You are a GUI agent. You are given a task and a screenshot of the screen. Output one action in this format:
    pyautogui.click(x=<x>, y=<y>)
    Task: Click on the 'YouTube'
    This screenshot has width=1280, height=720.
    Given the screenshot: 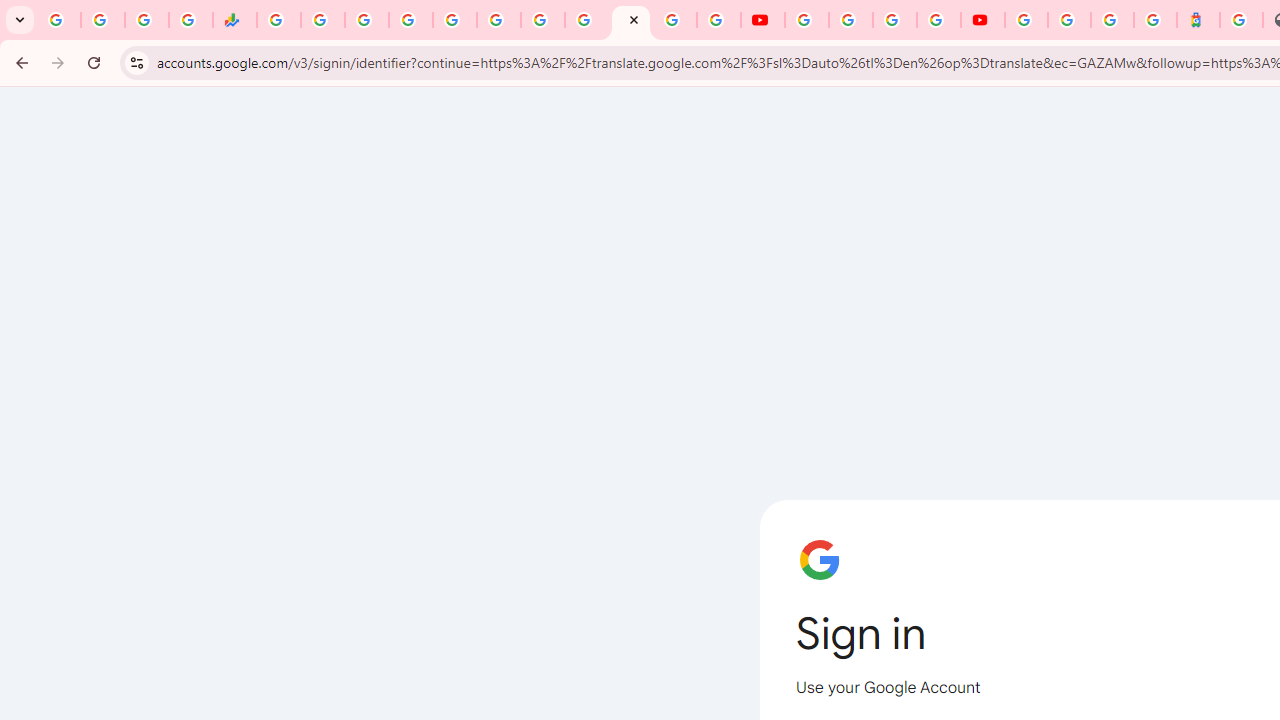 What is the action you would take?
    pyautogui.click(x=761, y=20)
    